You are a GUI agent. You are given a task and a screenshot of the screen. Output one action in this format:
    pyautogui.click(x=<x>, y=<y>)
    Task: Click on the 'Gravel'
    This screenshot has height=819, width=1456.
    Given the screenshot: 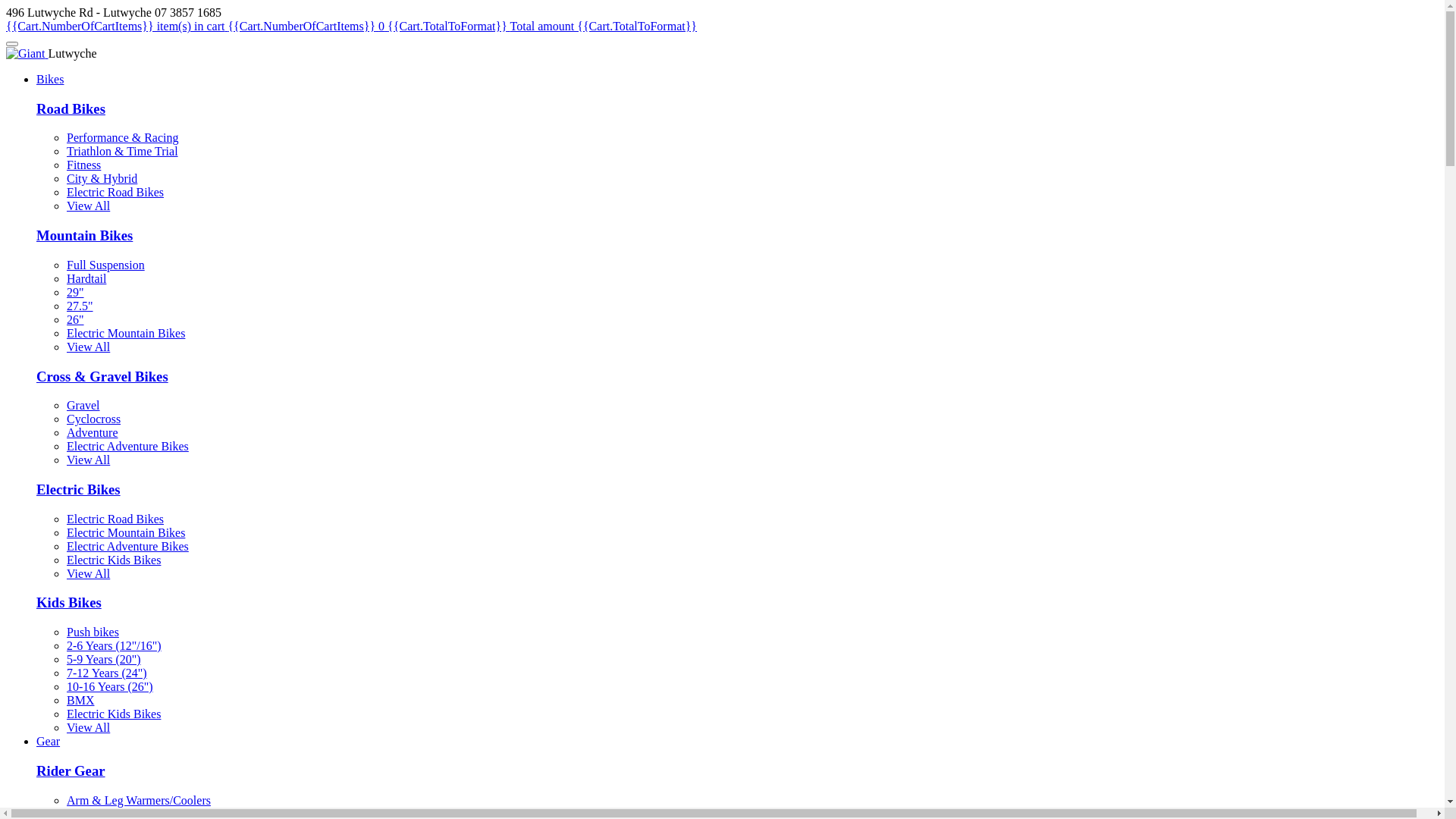 What is the action you would take?
    pyautogui.click(x=83, y=404)
    